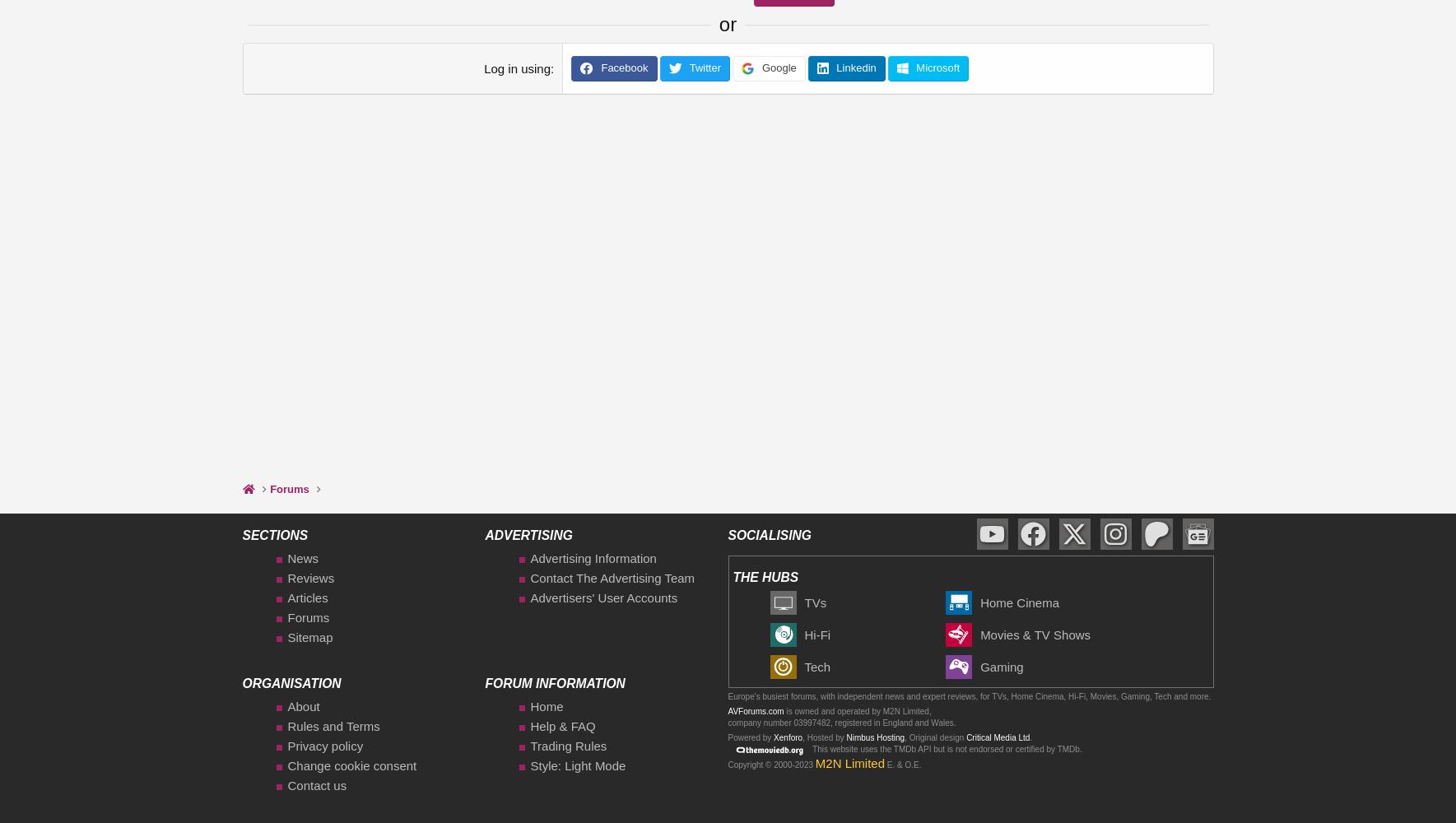 The width and height of the screenshot is (1456, 823). I want to click on 'Change cookie consent', so click(351, 765).